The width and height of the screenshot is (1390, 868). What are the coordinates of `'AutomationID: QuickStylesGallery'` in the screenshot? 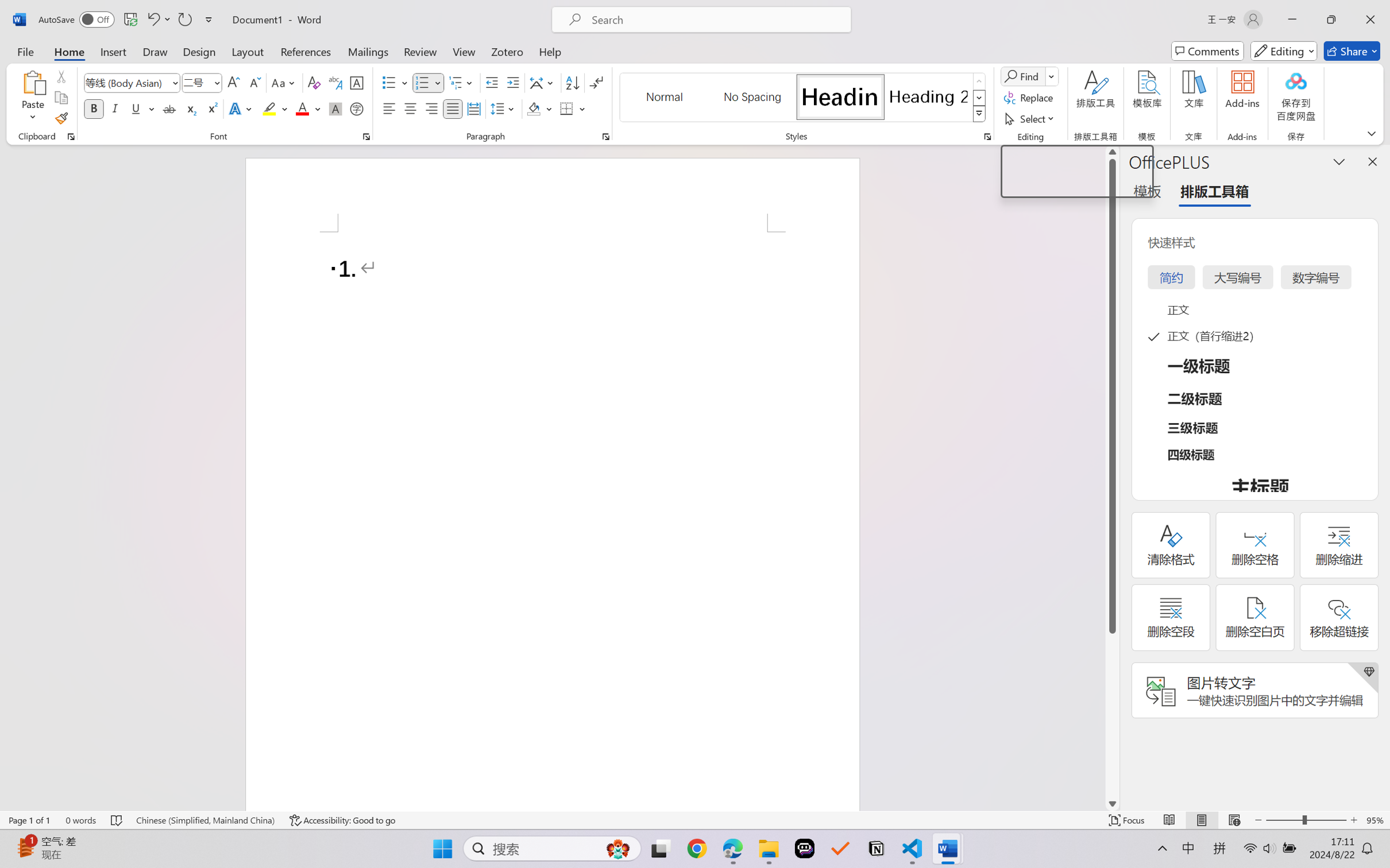 It's located at (802, 98).